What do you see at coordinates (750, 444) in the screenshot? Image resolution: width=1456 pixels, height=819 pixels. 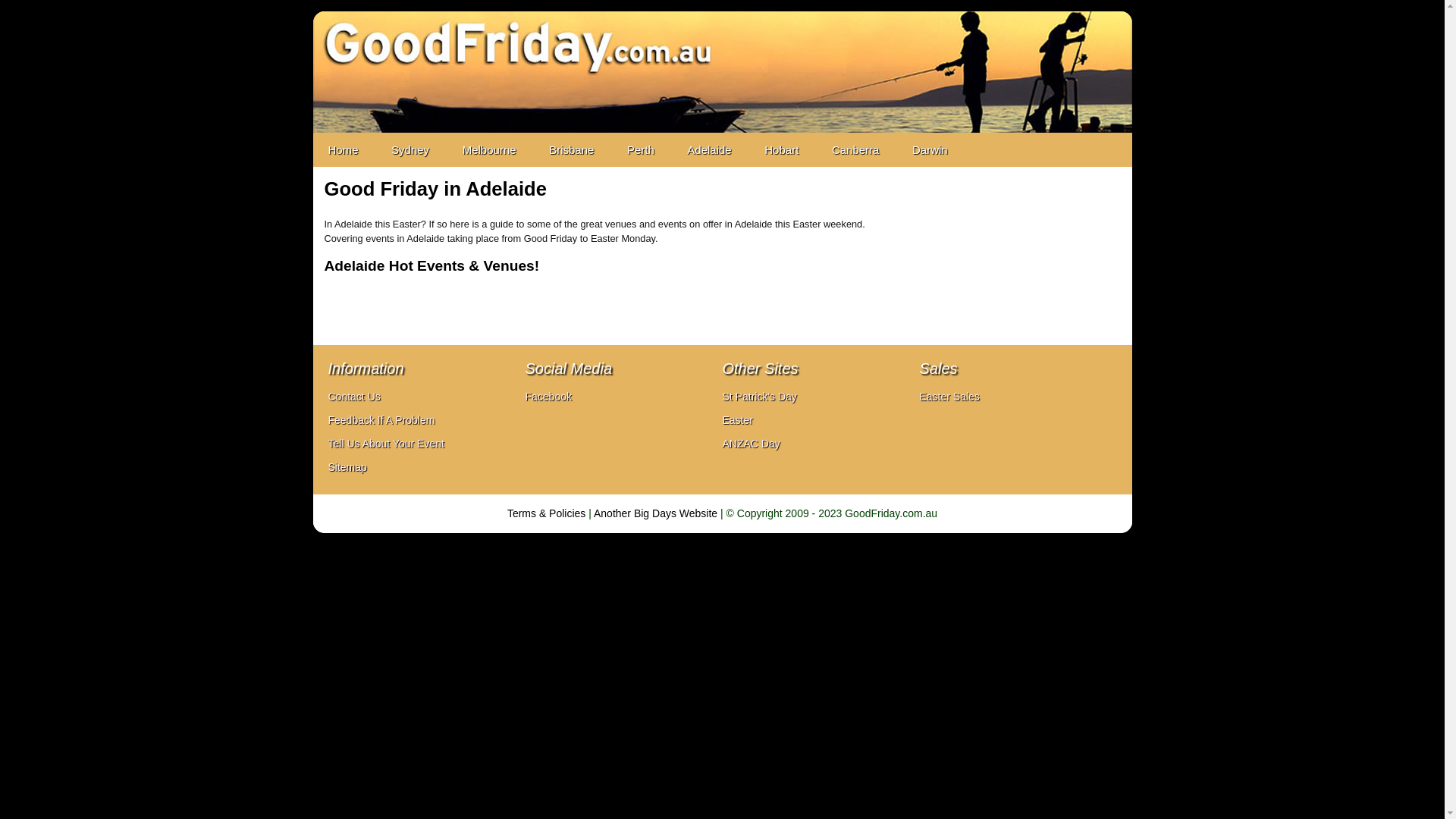 I see `'ANZAC Day'` at bounding box center [750, 444].